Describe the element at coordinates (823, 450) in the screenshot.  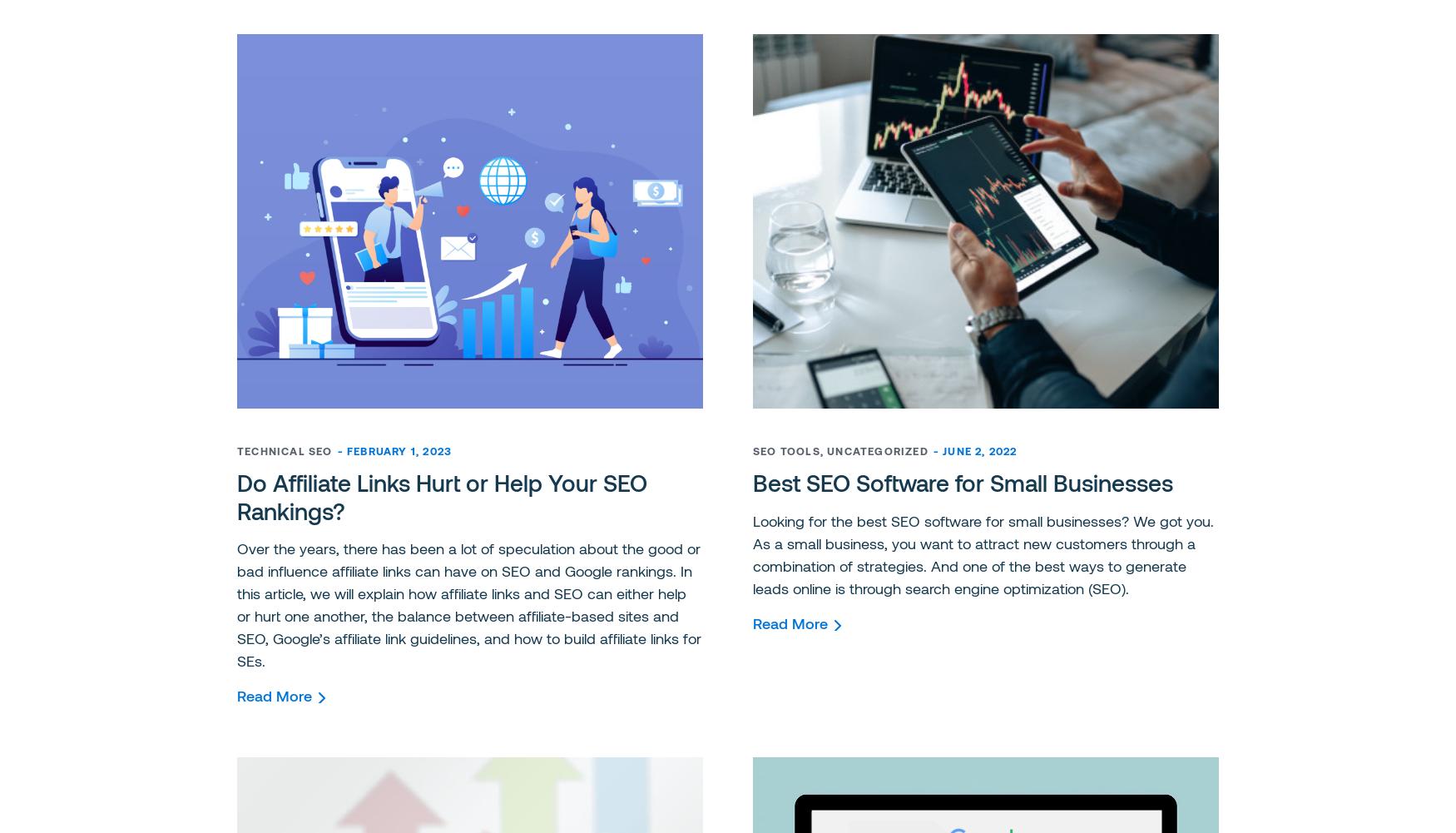
I see `','` at that location.